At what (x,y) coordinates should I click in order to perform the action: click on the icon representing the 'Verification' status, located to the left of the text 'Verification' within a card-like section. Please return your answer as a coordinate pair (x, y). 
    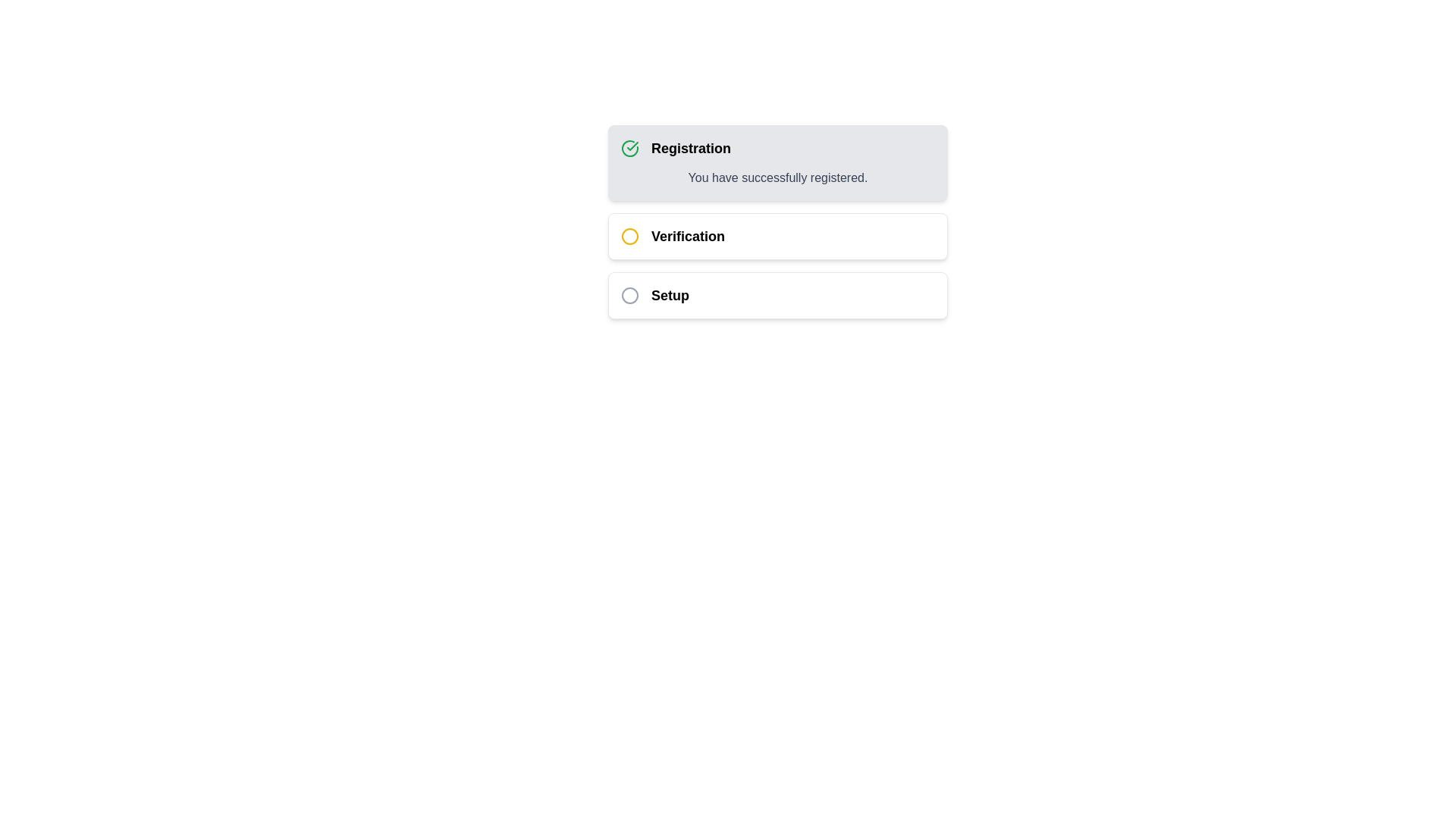
    Looking at the image, I should click on (629, 237).